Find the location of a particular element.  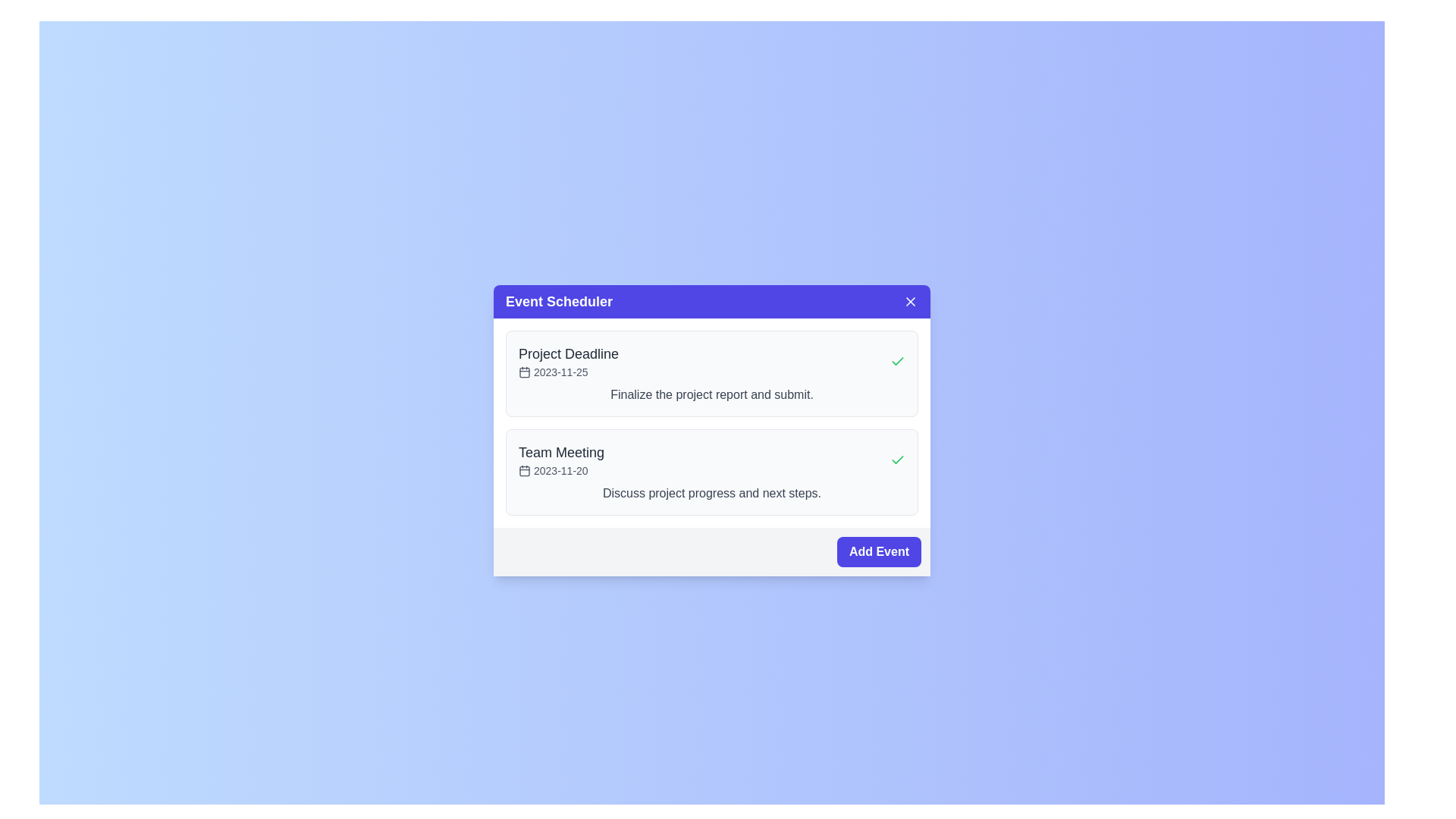

the 'Check' icon for the event titled 'Project Deadline' is located at coordinates (898, 362).